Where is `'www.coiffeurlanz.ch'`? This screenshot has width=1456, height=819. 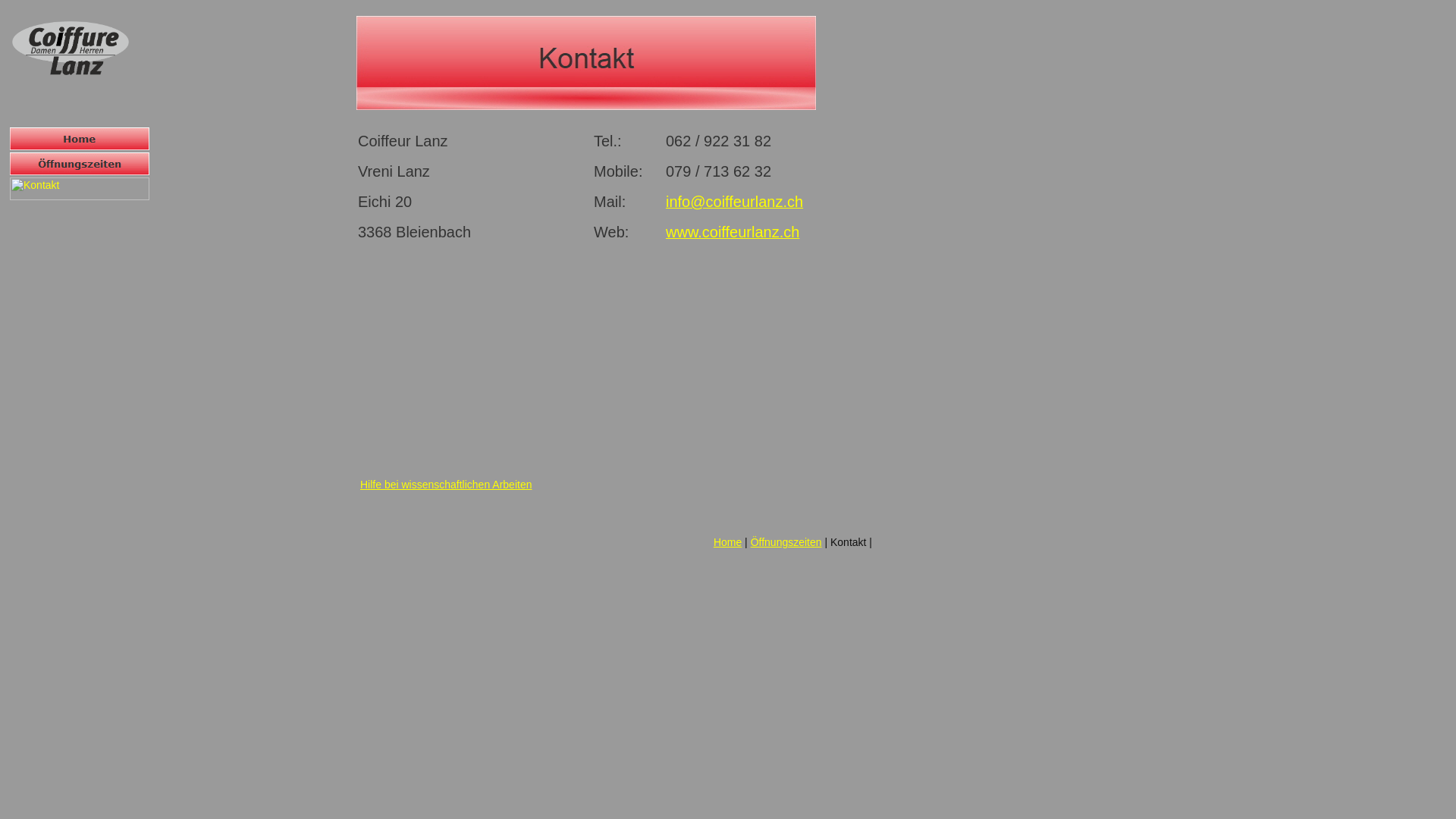
'www.coiffeurlanz.ch' is located at coordinates (666, 234).